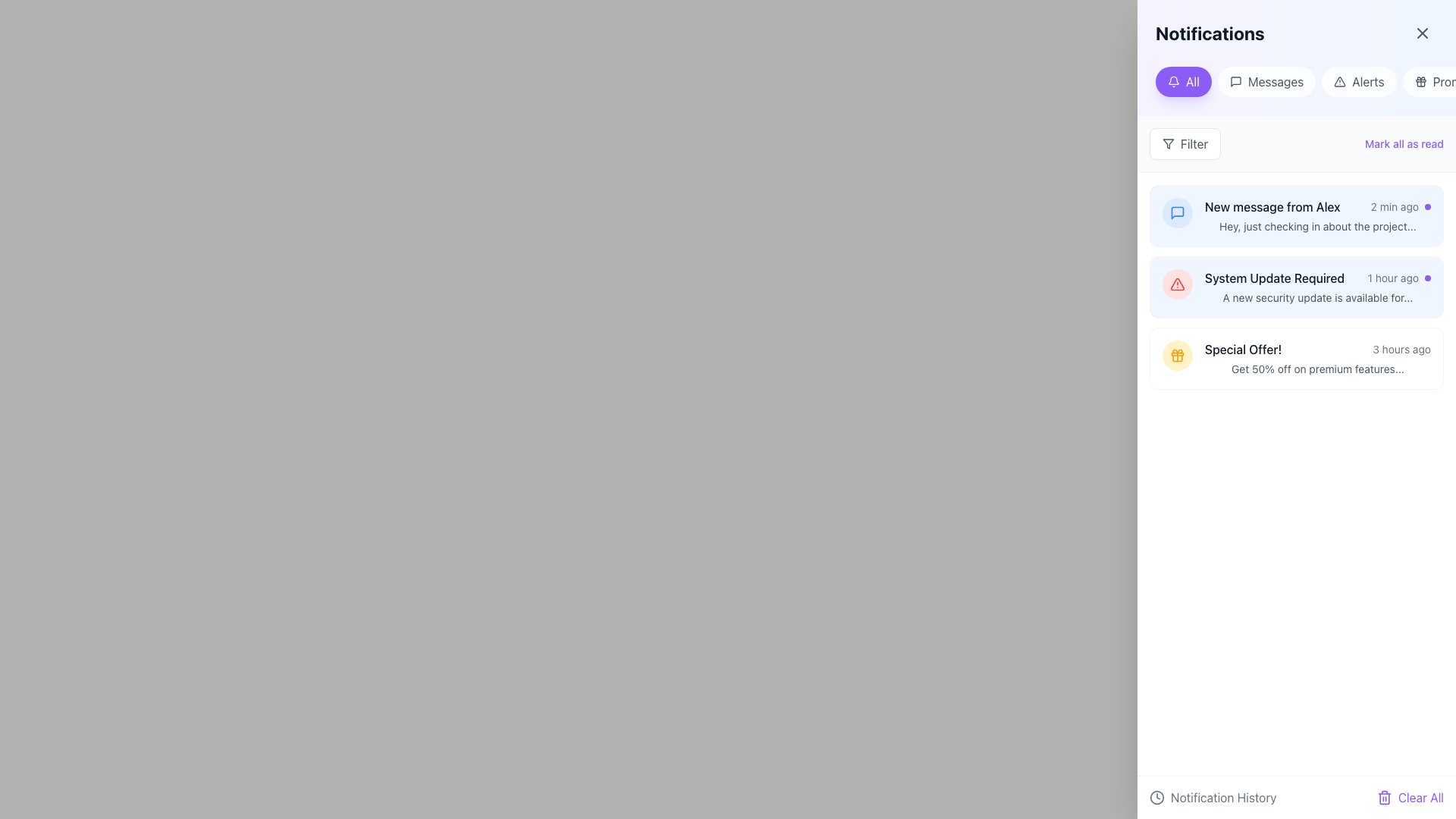 Image resolution: width=1456 pixels, height=819 pixels. Describe the element at coordinates (1340, 82) in the screenshot. I see `the alert icon in the notification filter bar located in the sidebar panel, which indicates warning or error-related messages` at that location.